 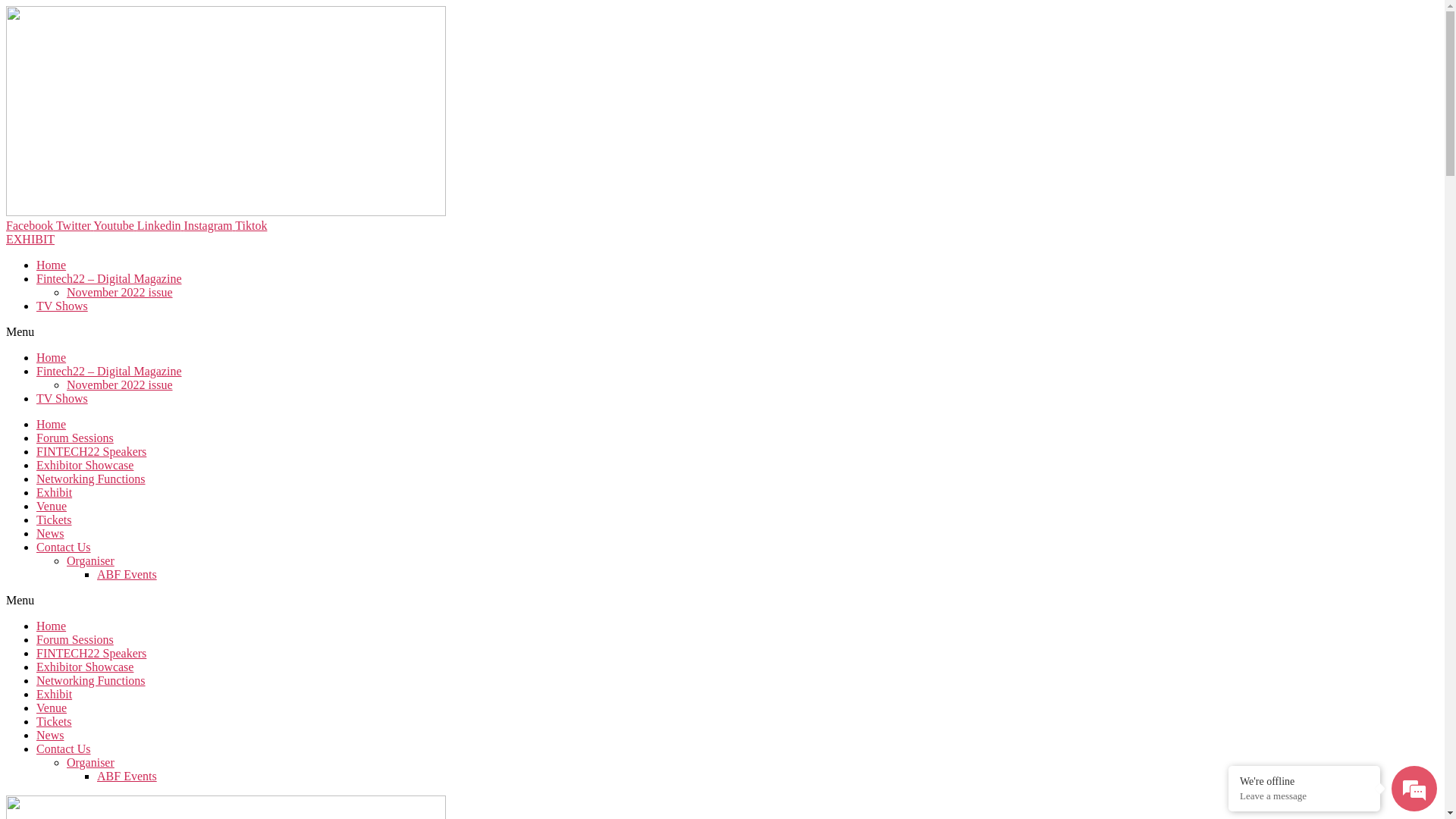 What do you see at coordinates (36, 652) in the screenshot?
I see `'FINTECH22 Speakers'` at bounding box center [36, 652].